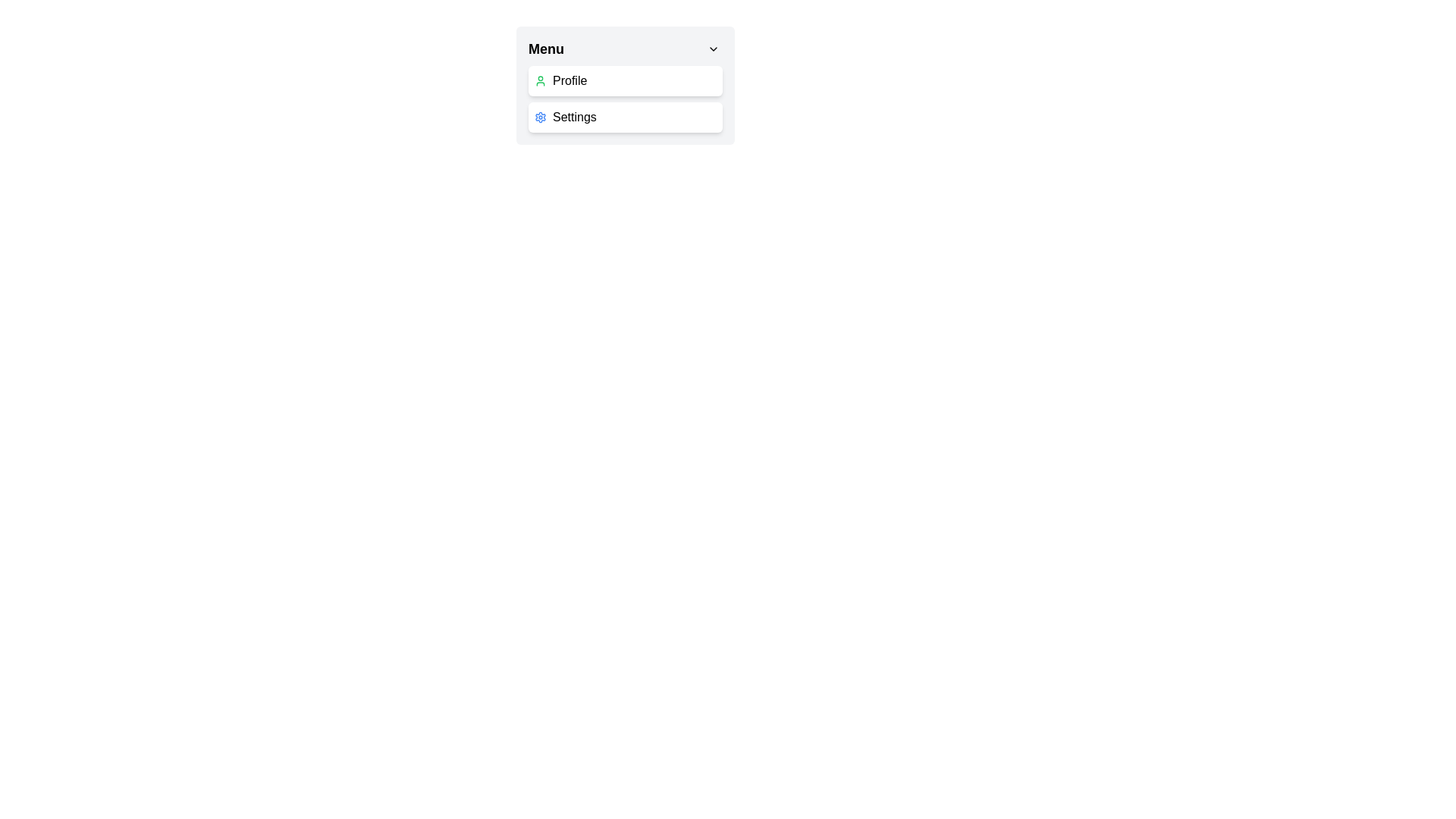 The width and height of the screenshot is (1456, 819). Describe the element at coordinates (626, 81) in the screenshot. I see `profile navigation button located directly above the 'Settings' element in the 'Menu' section` at that location.